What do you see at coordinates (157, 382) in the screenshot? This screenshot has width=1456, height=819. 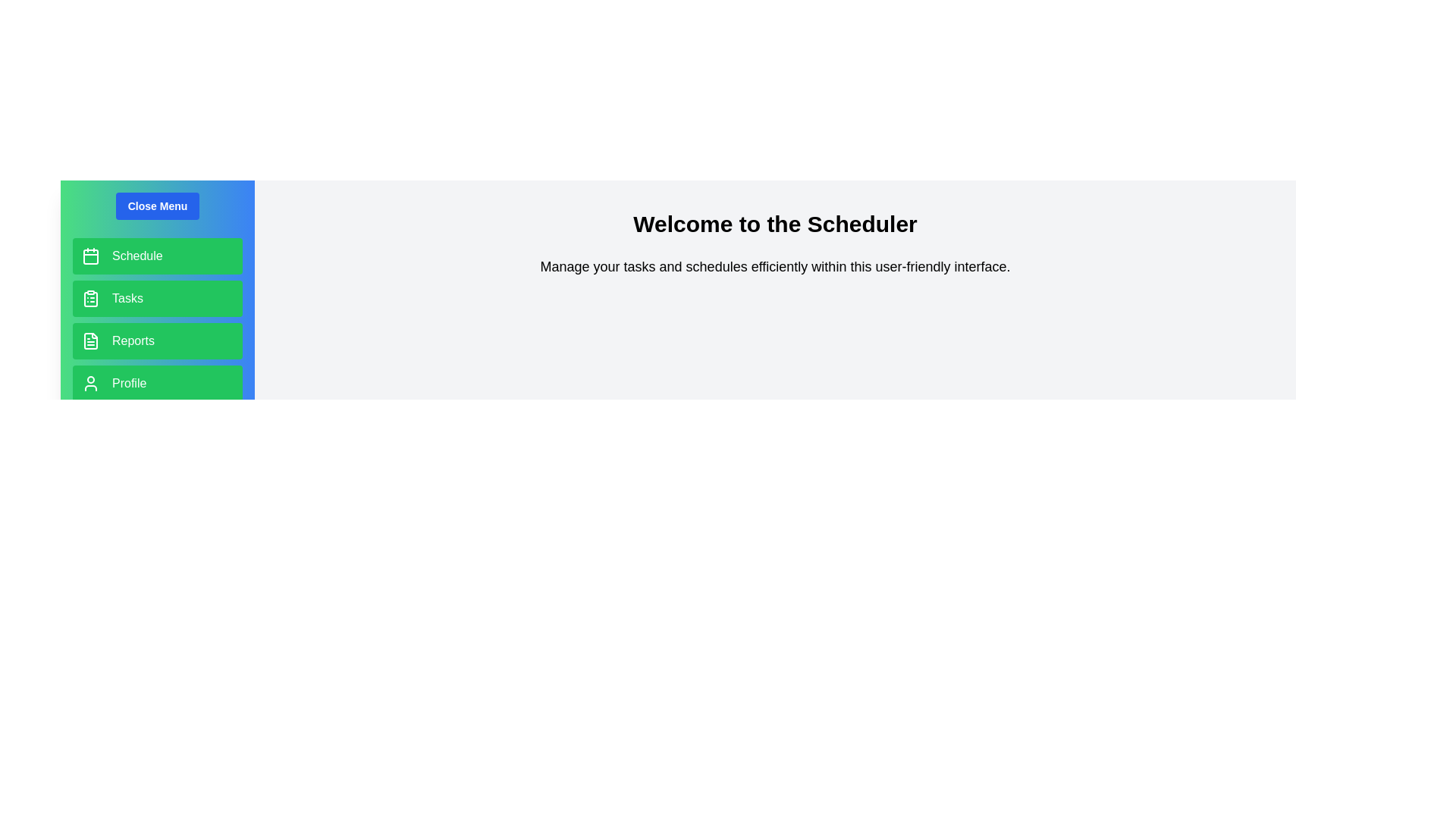 I see `the menu item Profile to observe its hover effect` at bounding box center [157, 382].